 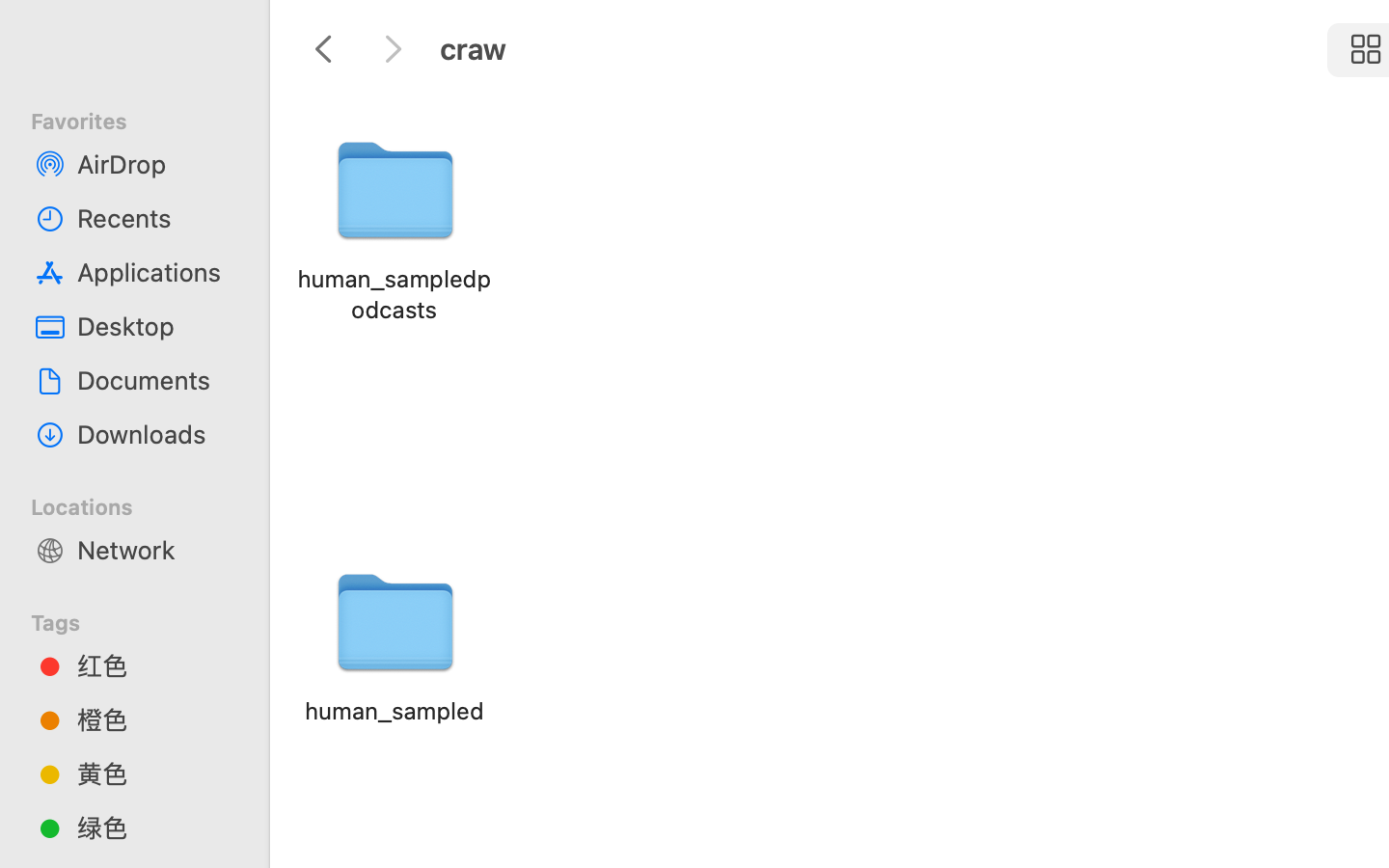 What do you see at coordinates (145, 619) in the screenshot?
I see `'Tags'` at bounding box center [145, 619].